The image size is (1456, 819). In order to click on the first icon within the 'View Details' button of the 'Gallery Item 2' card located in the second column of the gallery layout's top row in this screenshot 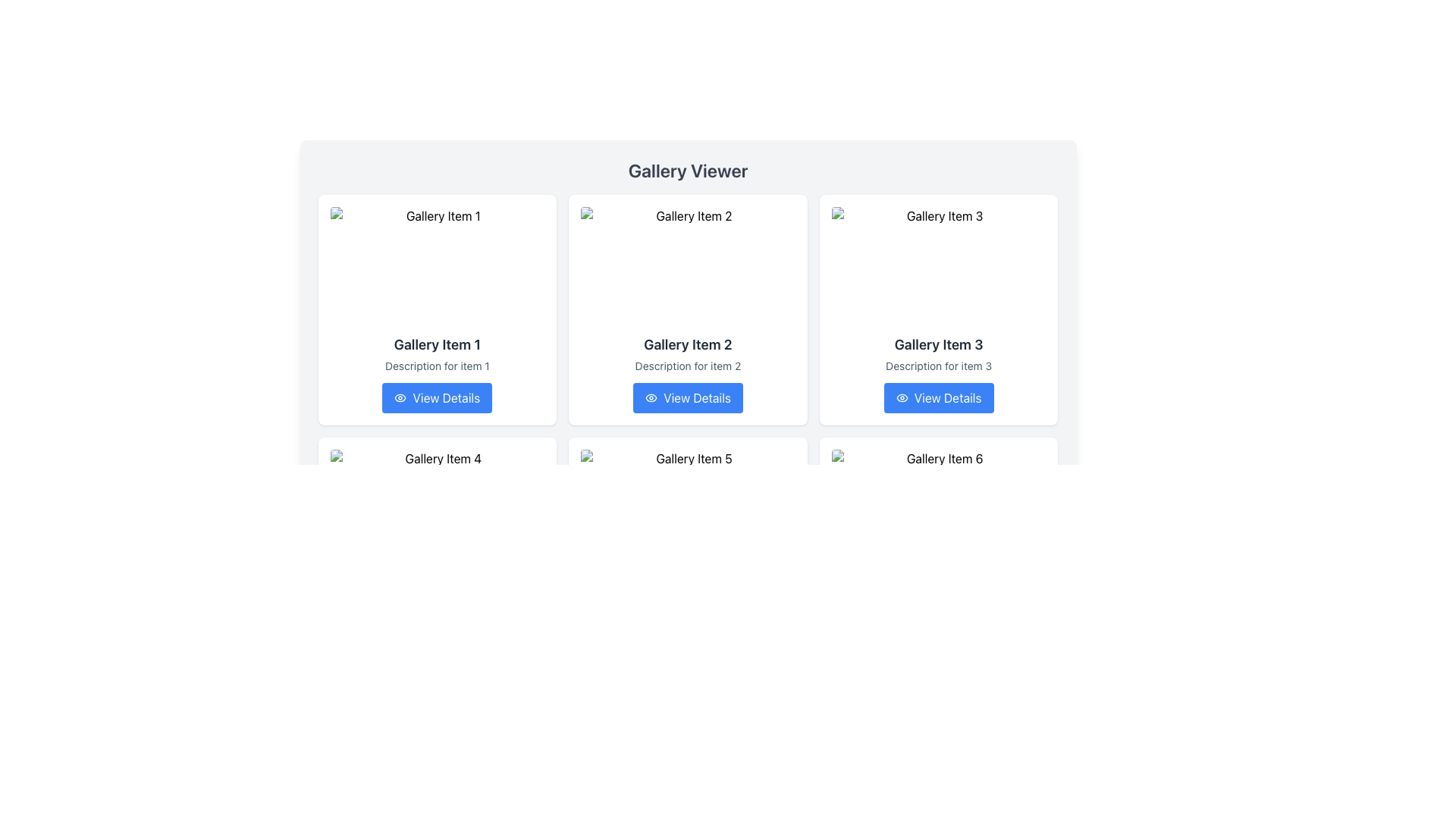, I will do `click(651, 397)`.